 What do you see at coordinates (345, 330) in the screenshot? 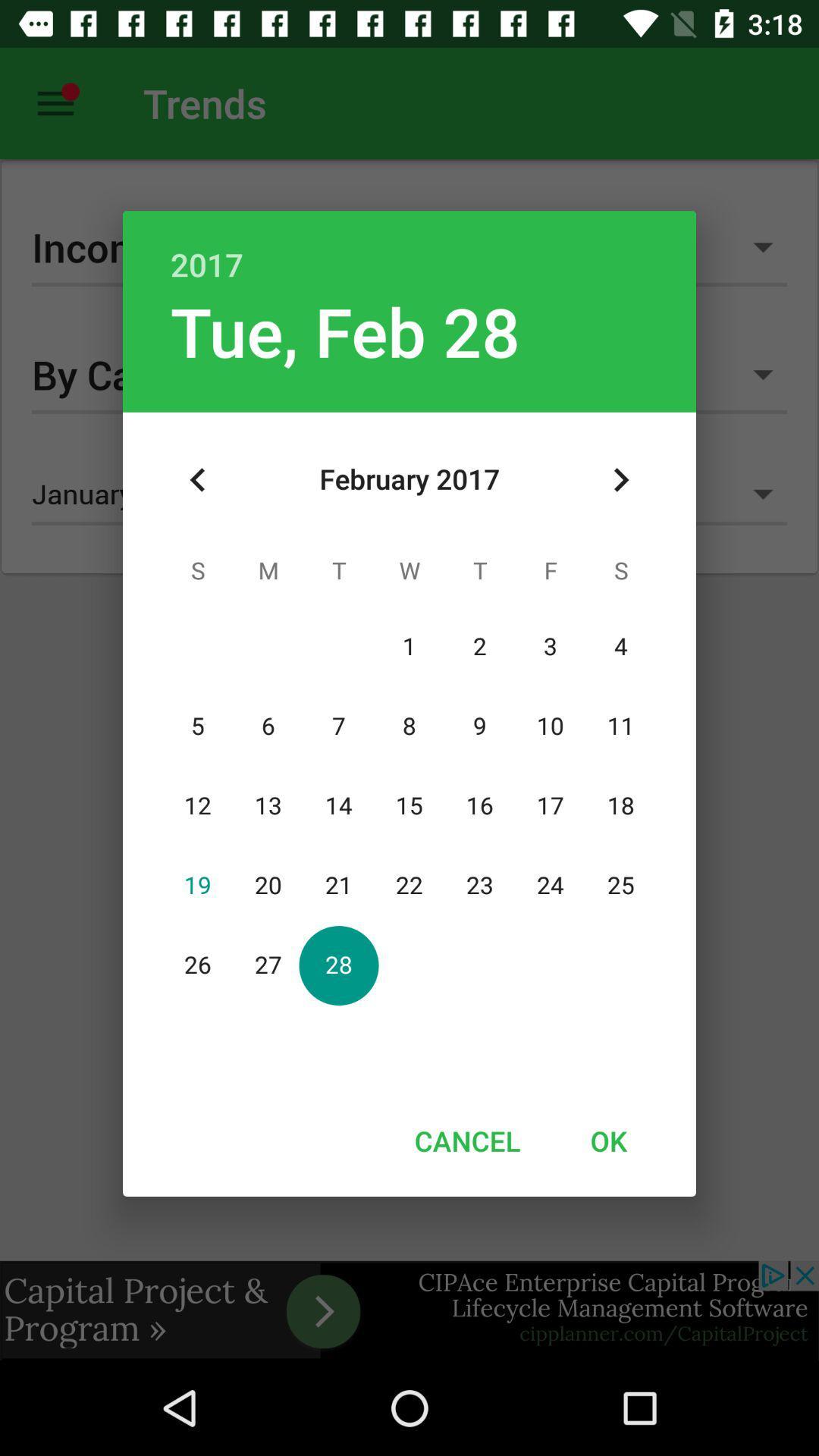
I see `the tue, feb 28` at bounding box center [345, 330].